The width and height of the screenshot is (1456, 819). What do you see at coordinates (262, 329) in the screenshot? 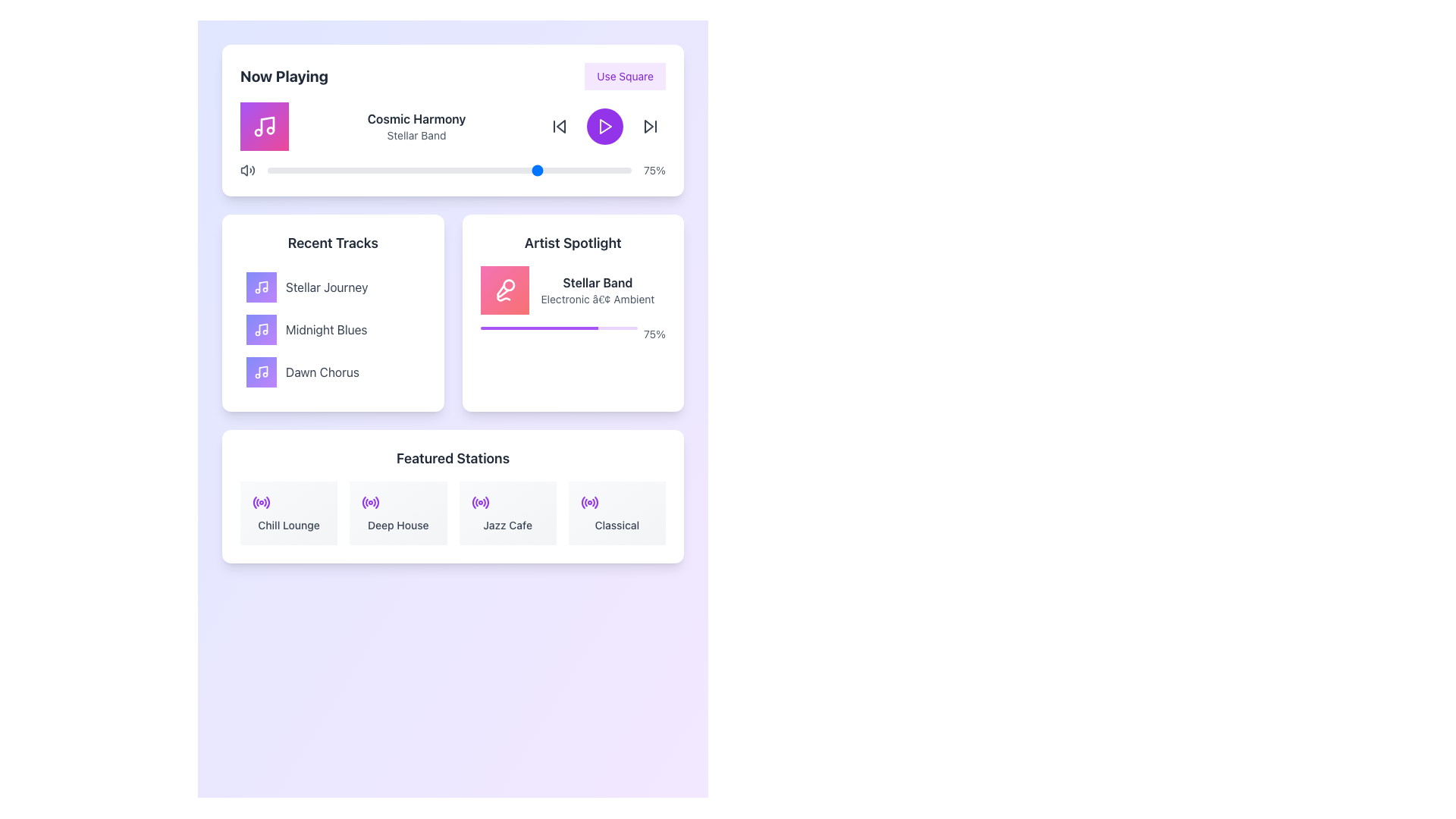
I see `the square icon with a gradient background transitioning from indigo to purple, featuring a white musical note icon, located in the 'Recent Tracks' section next to the 'Midnight Blues' text label` at bounding box center [262, 329].